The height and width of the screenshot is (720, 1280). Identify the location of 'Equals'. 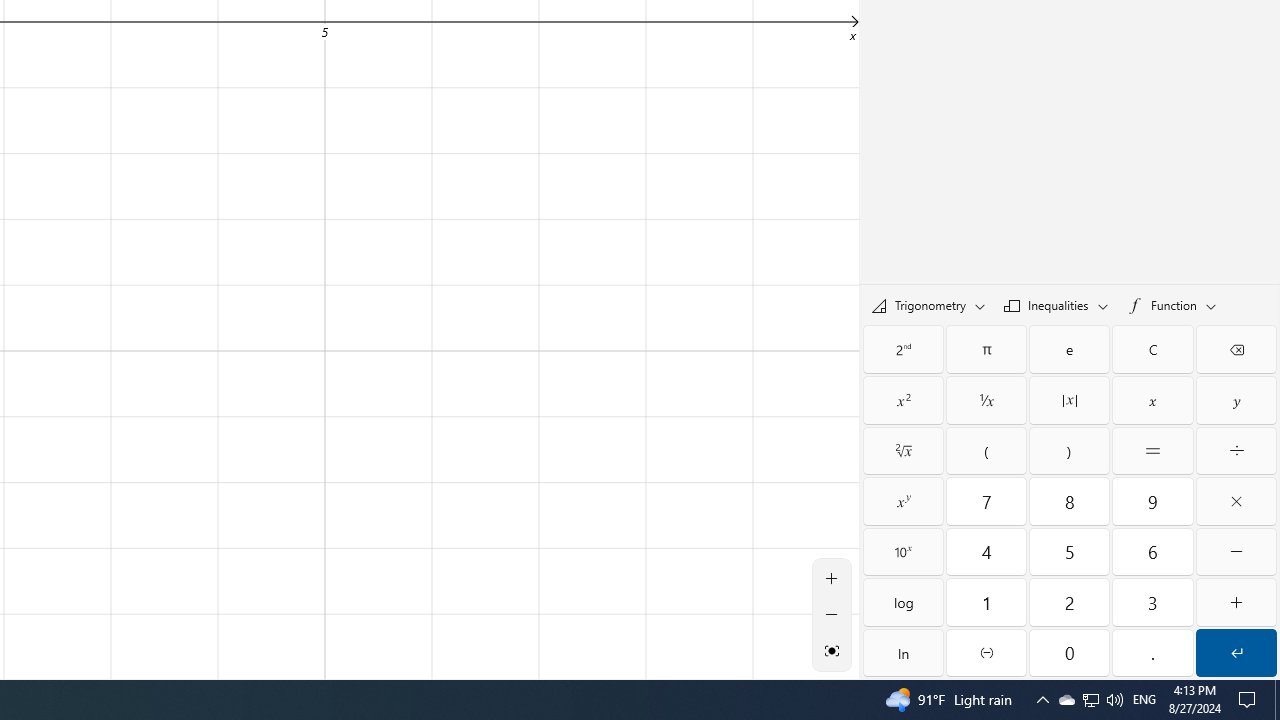
(1153, 451).